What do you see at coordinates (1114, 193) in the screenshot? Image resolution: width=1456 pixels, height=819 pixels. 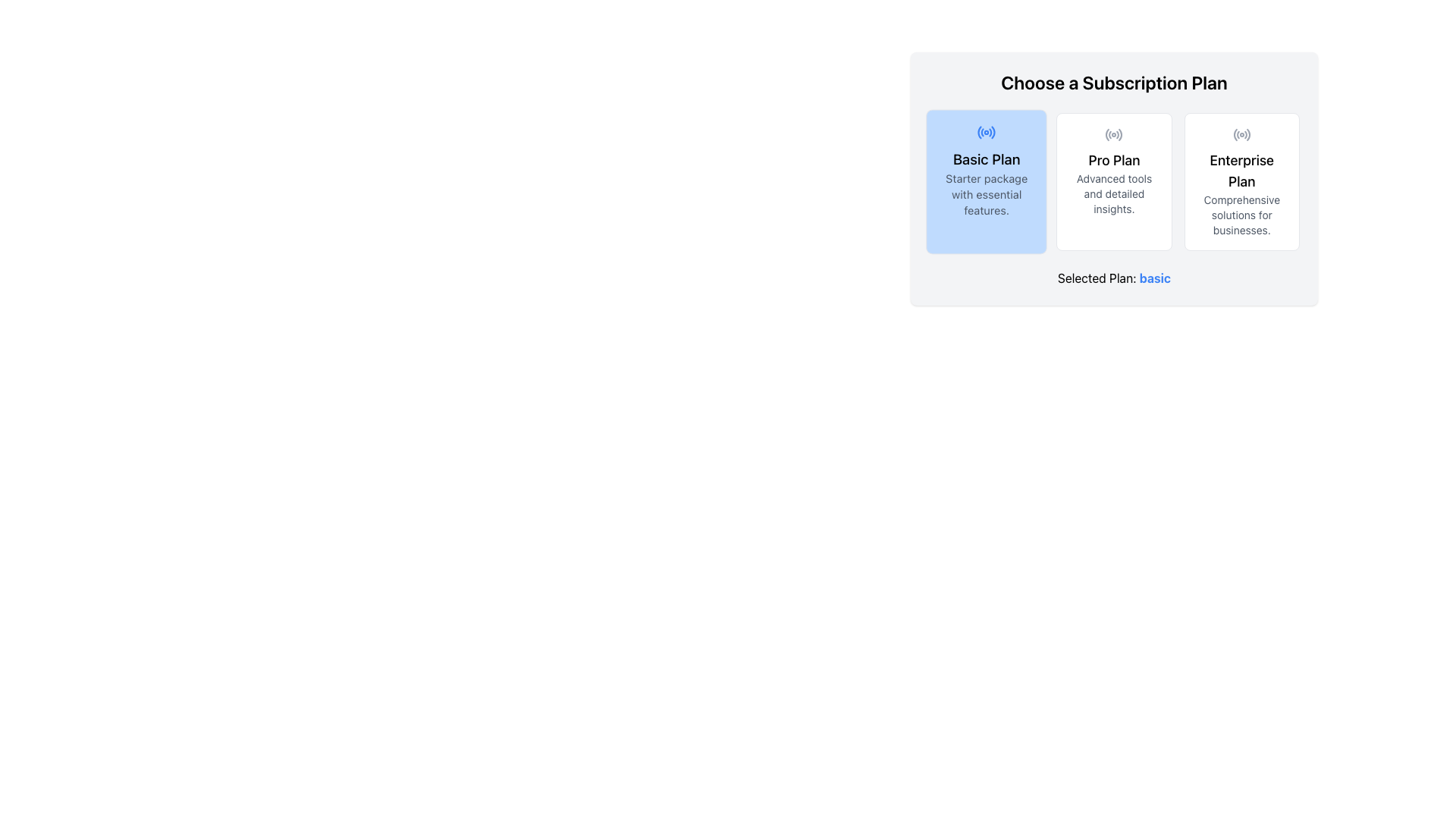 I see `the text element that reads 'Advanced tools and detailed insights.' which is styled in a smaller, gray font and located below the 'Pro Plan' title in a subscription selection interface` at bounding box center [1114, 193].